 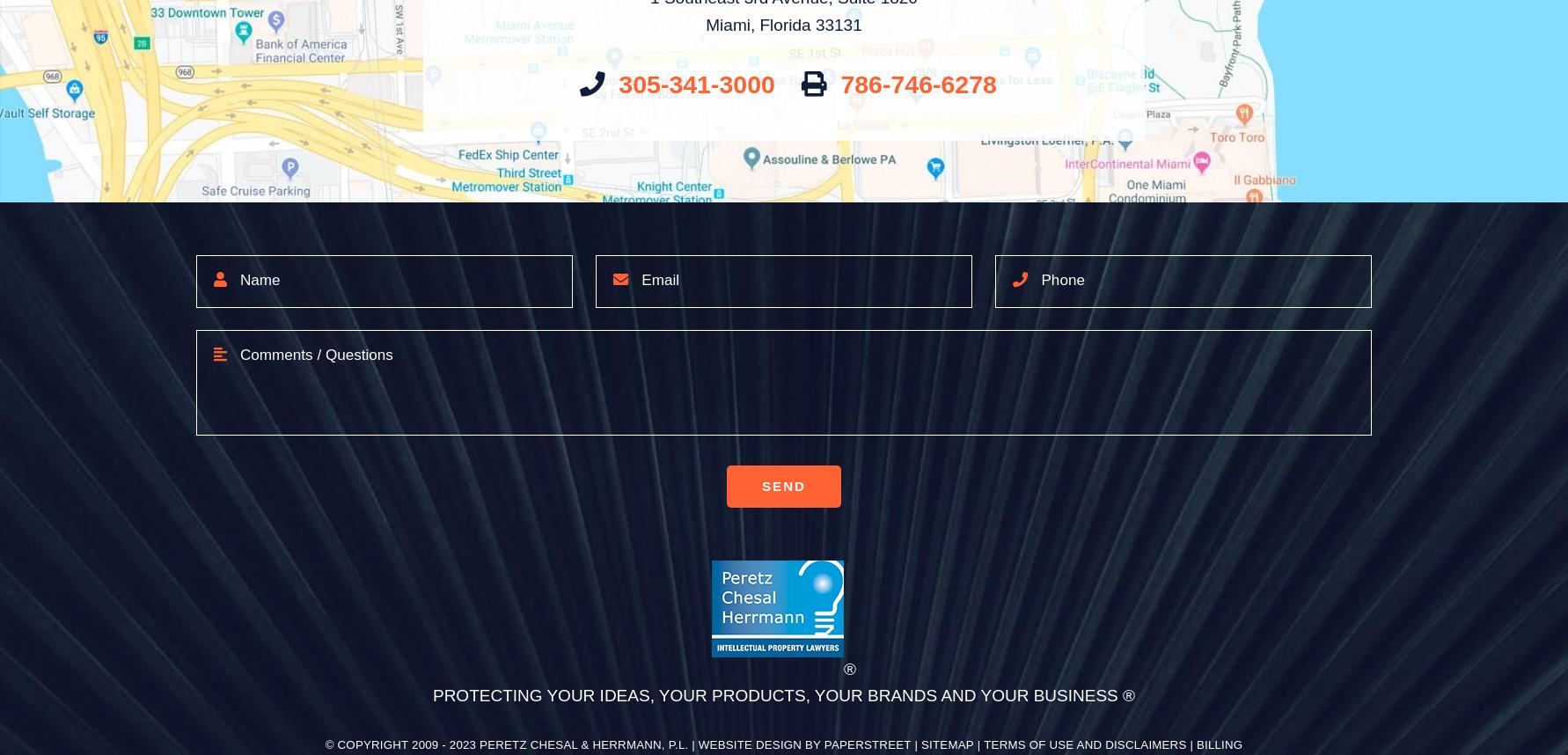 What do you see at coordinates (727, 24) in the screenshot?
I see `'Miami'` at bounding box center [727, 24].